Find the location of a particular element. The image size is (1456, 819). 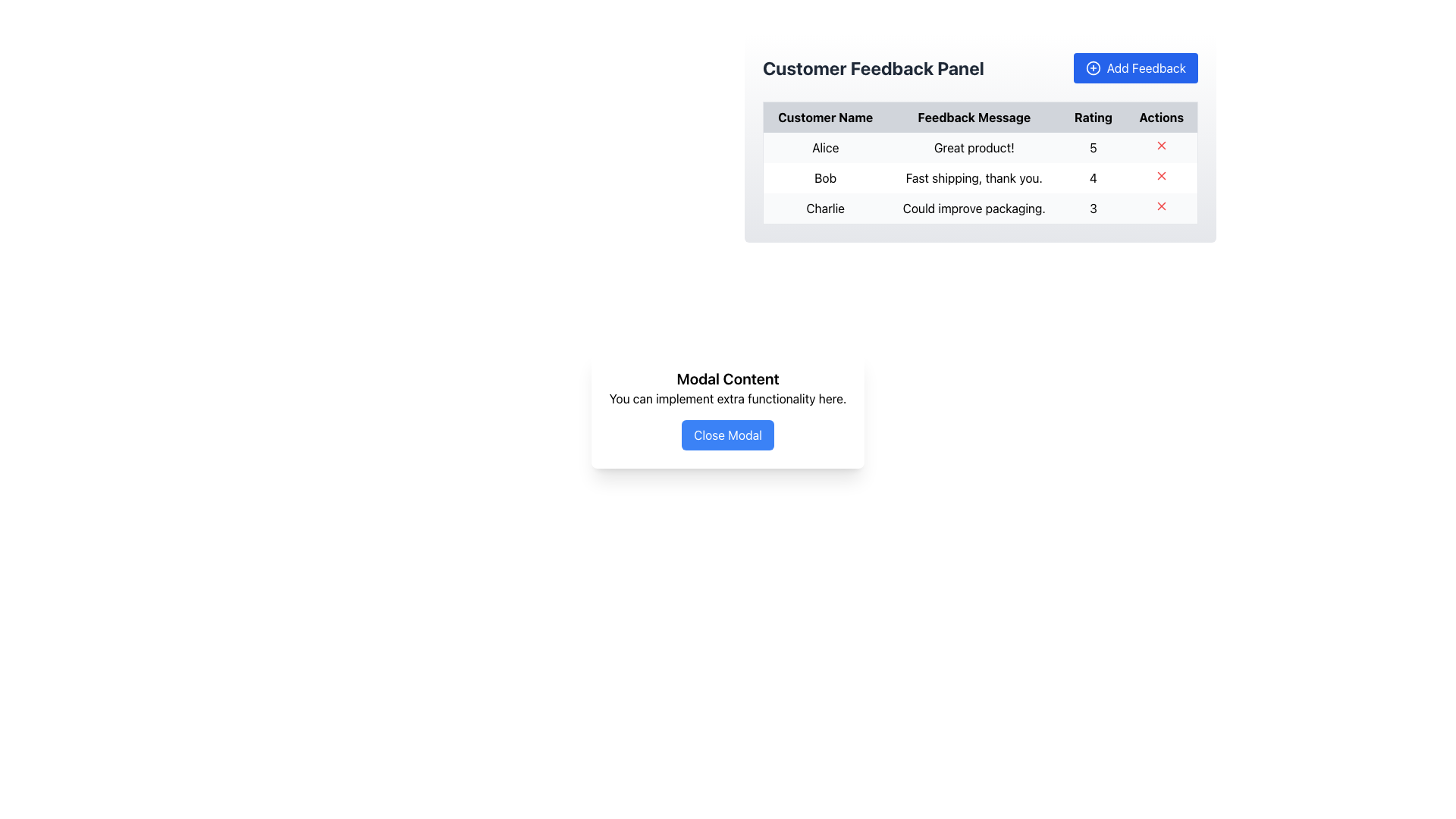

title of the Customer Feedback section located at the top of the panel to understand its context is located at coordinates (980, 67).